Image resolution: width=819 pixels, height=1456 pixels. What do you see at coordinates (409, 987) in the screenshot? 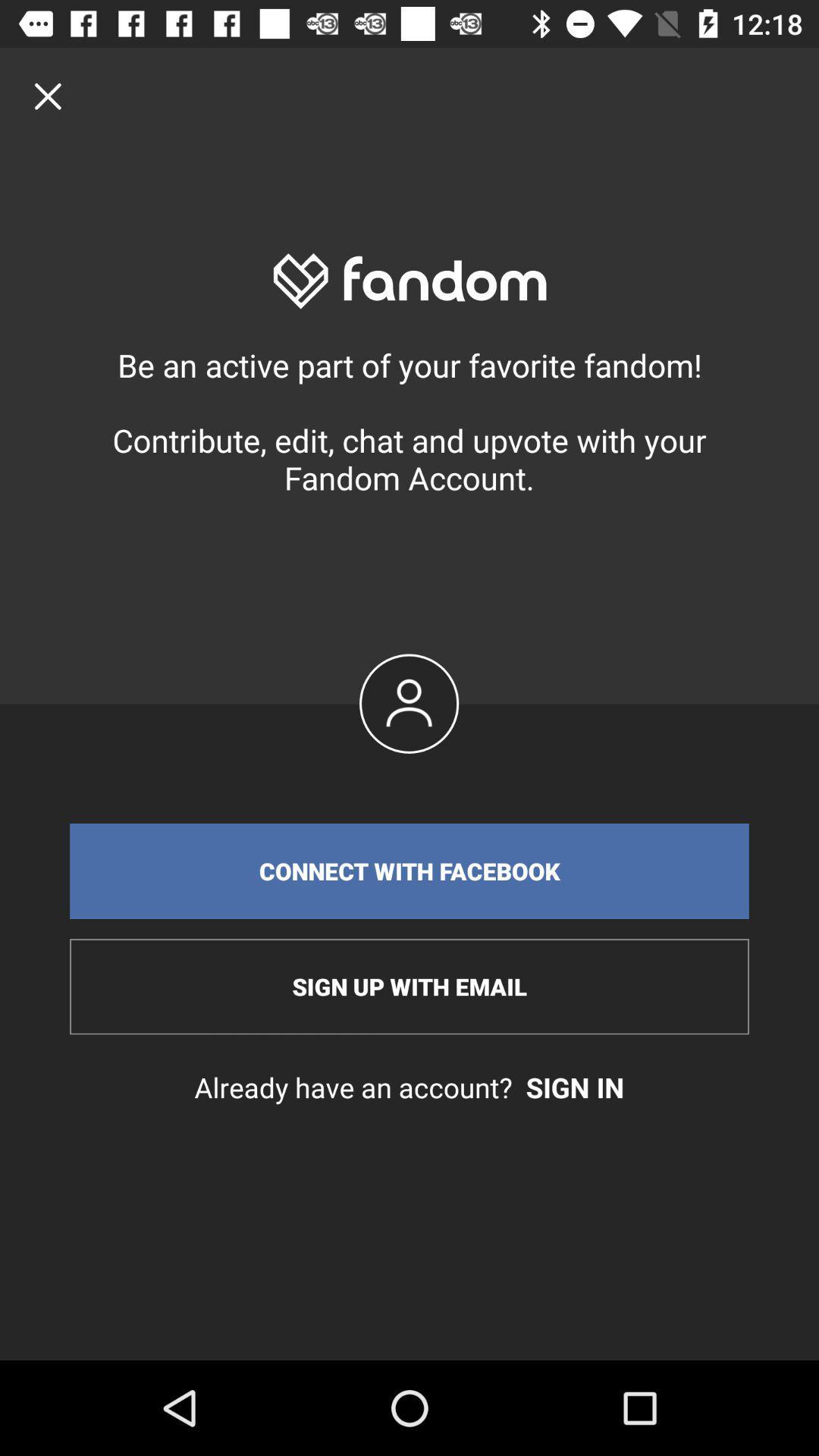
I see `item above already have an` at bounding box center [409, 987].